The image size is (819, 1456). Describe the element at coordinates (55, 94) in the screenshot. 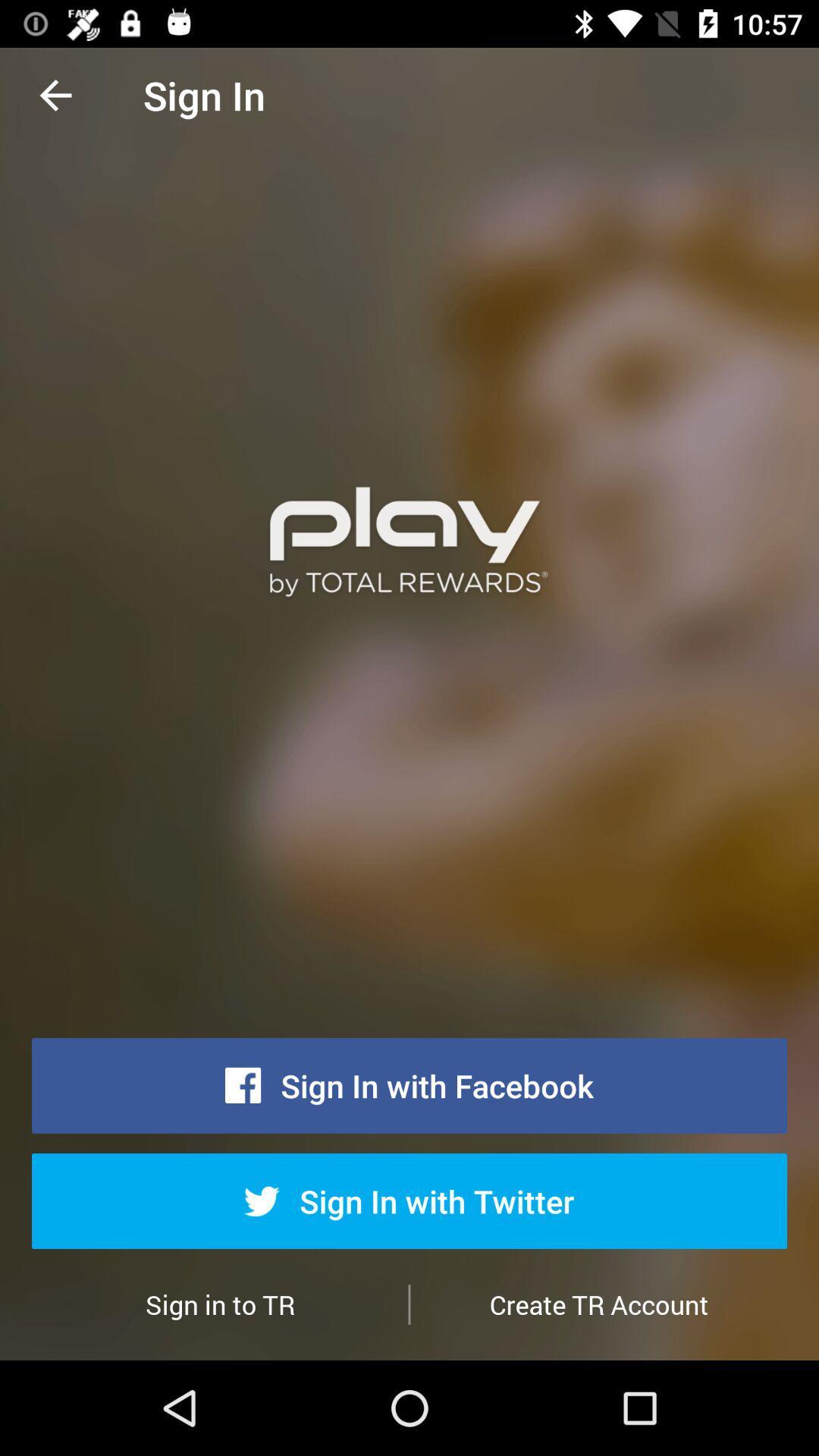

I see `the item above the sign in to` at that location.